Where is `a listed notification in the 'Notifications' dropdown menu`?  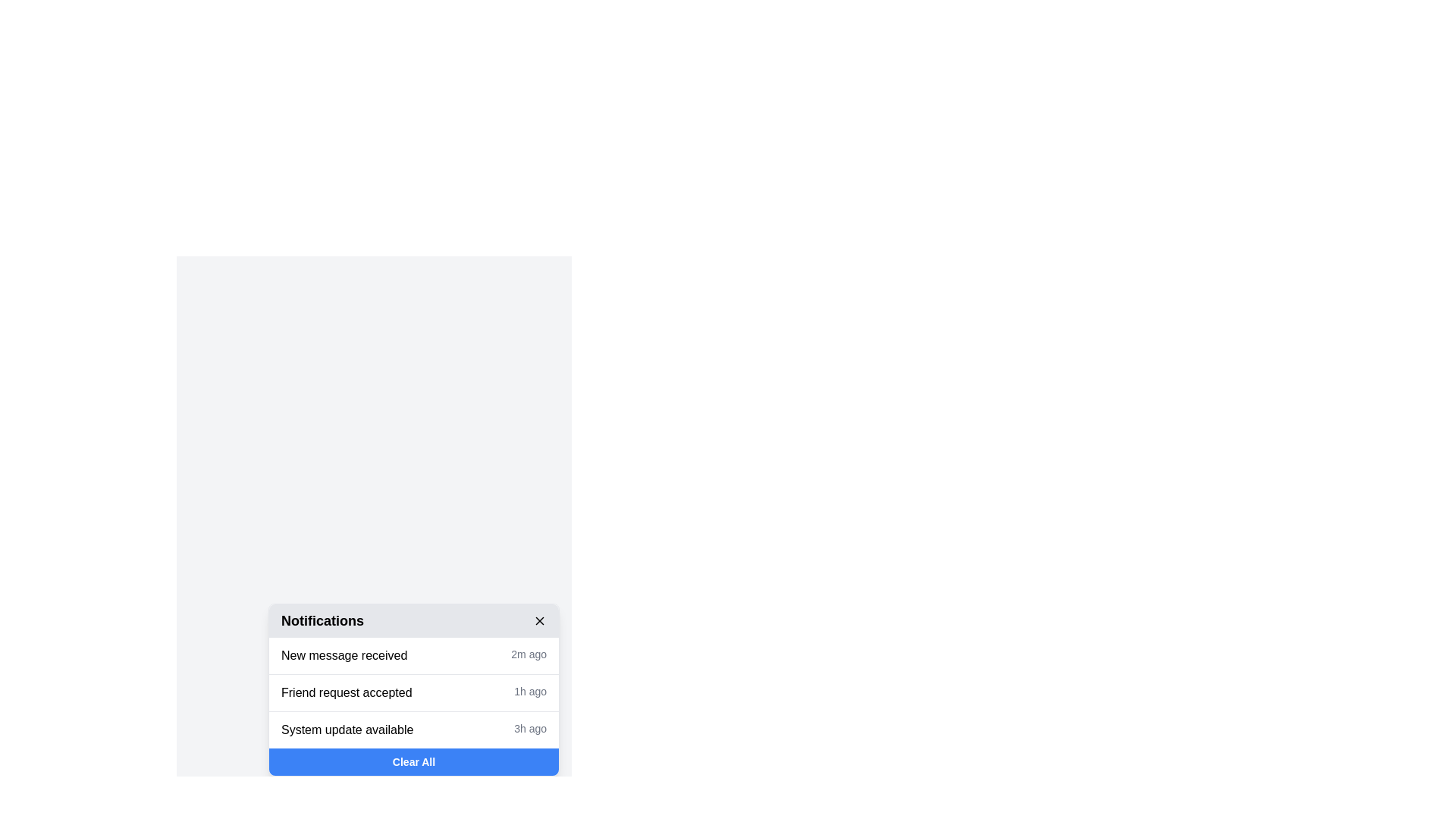 a listed notification in the 'Notifications' dropdown menu is located at coordinates (414, 690).